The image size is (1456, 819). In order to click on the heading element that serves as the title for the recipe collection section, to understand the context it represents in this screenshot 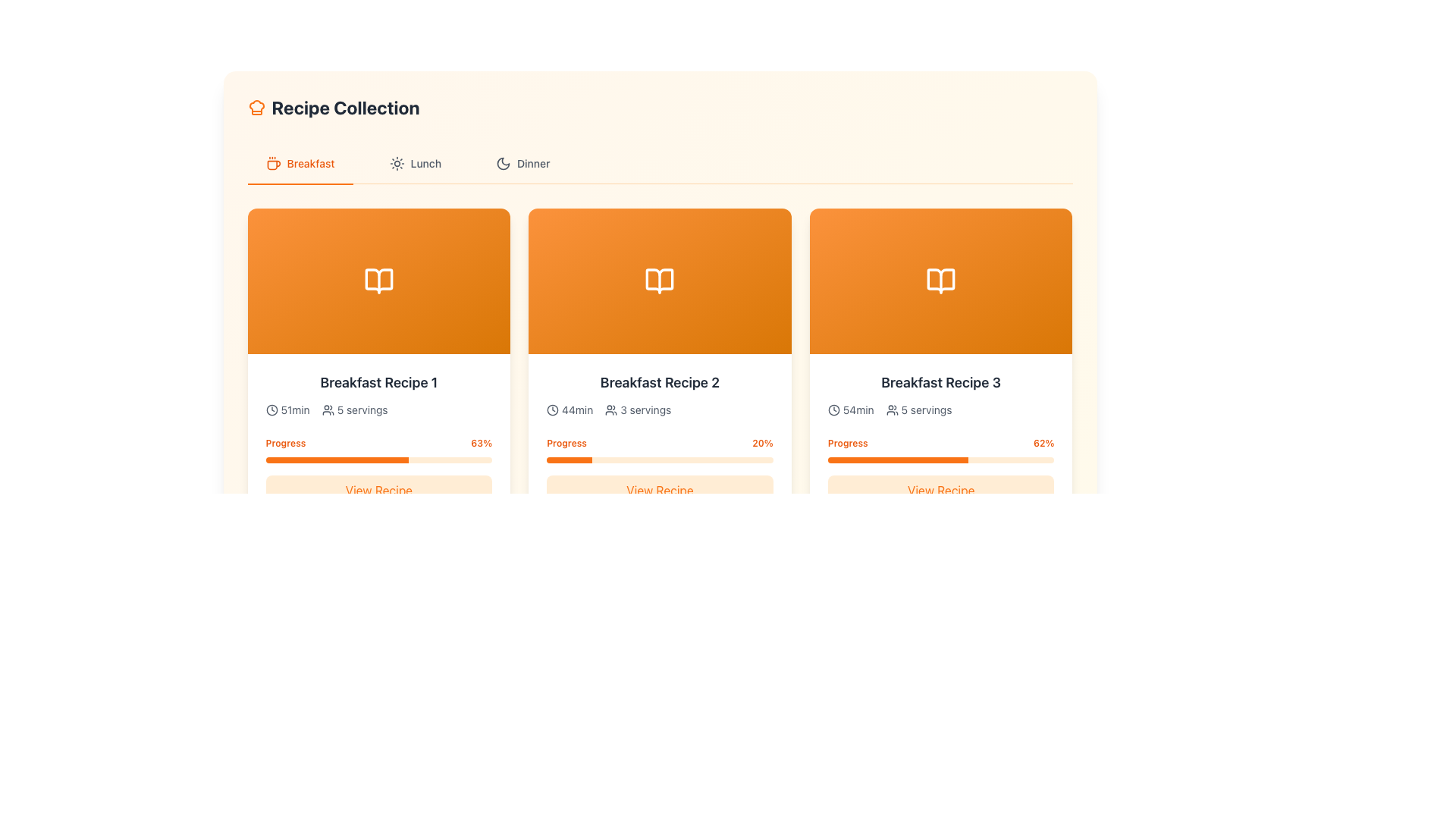, I will do `click(333, 107)`.